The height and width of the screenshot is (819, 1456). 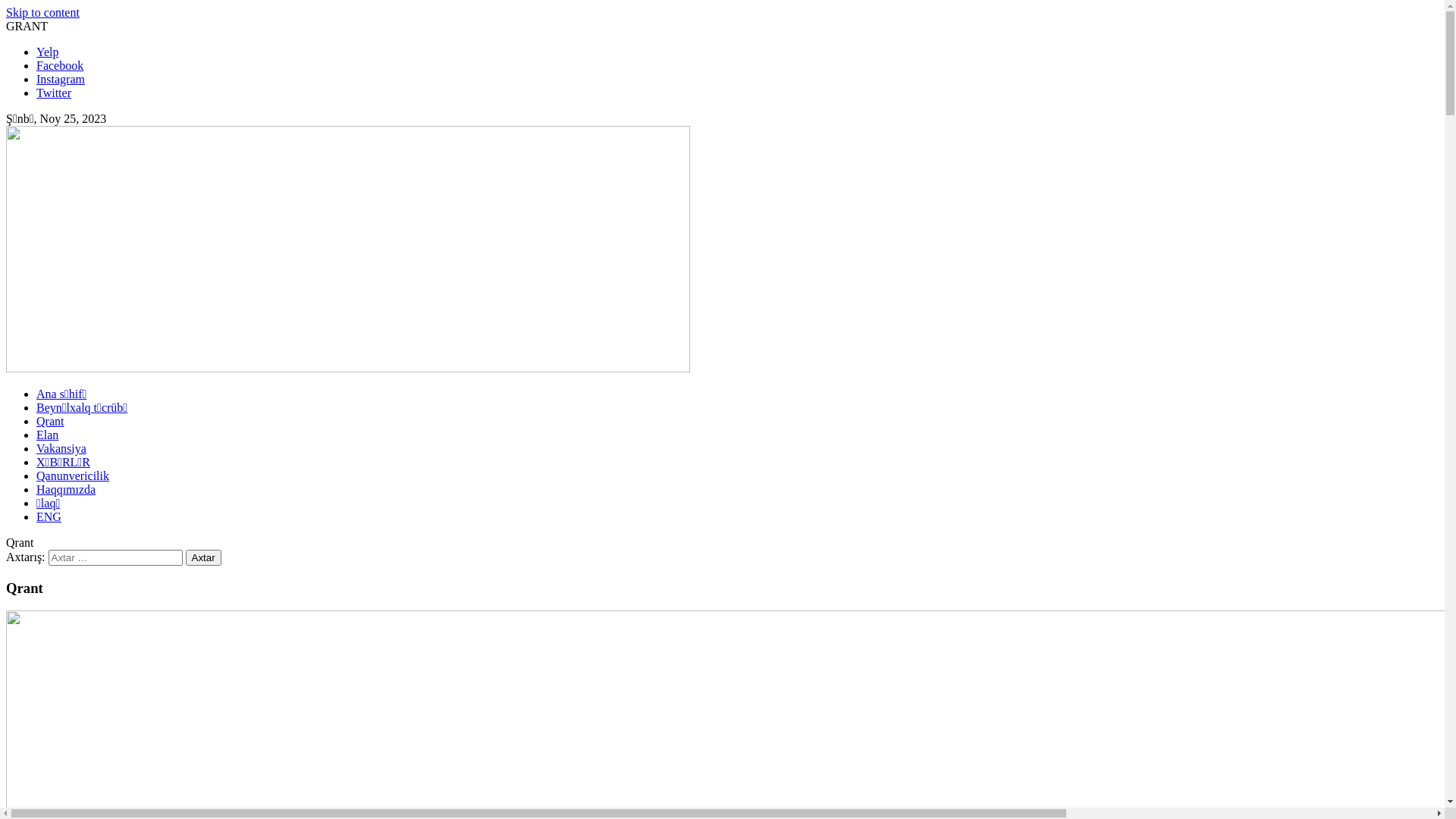 I want to click on 'Facebook', so click(x=36, y=64).